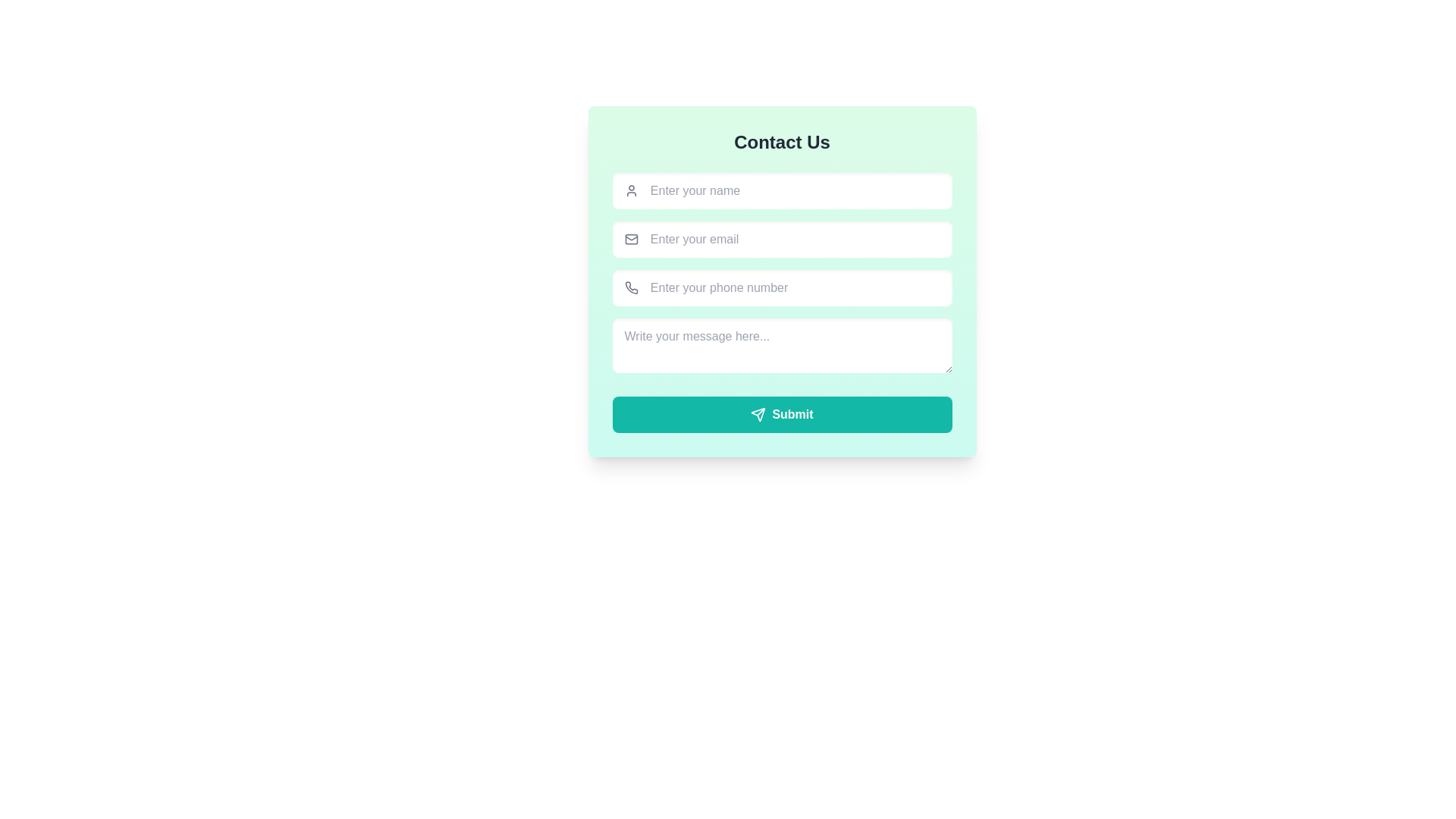 The height and width of the screenshot is (819, 1456). Describe the element at coordinates (631, 239) in the screenshot. I see `the email icon styled as an envelope, which is positioned to the left of the 'Enter your email' text input area in the central form of the layout` at that location.